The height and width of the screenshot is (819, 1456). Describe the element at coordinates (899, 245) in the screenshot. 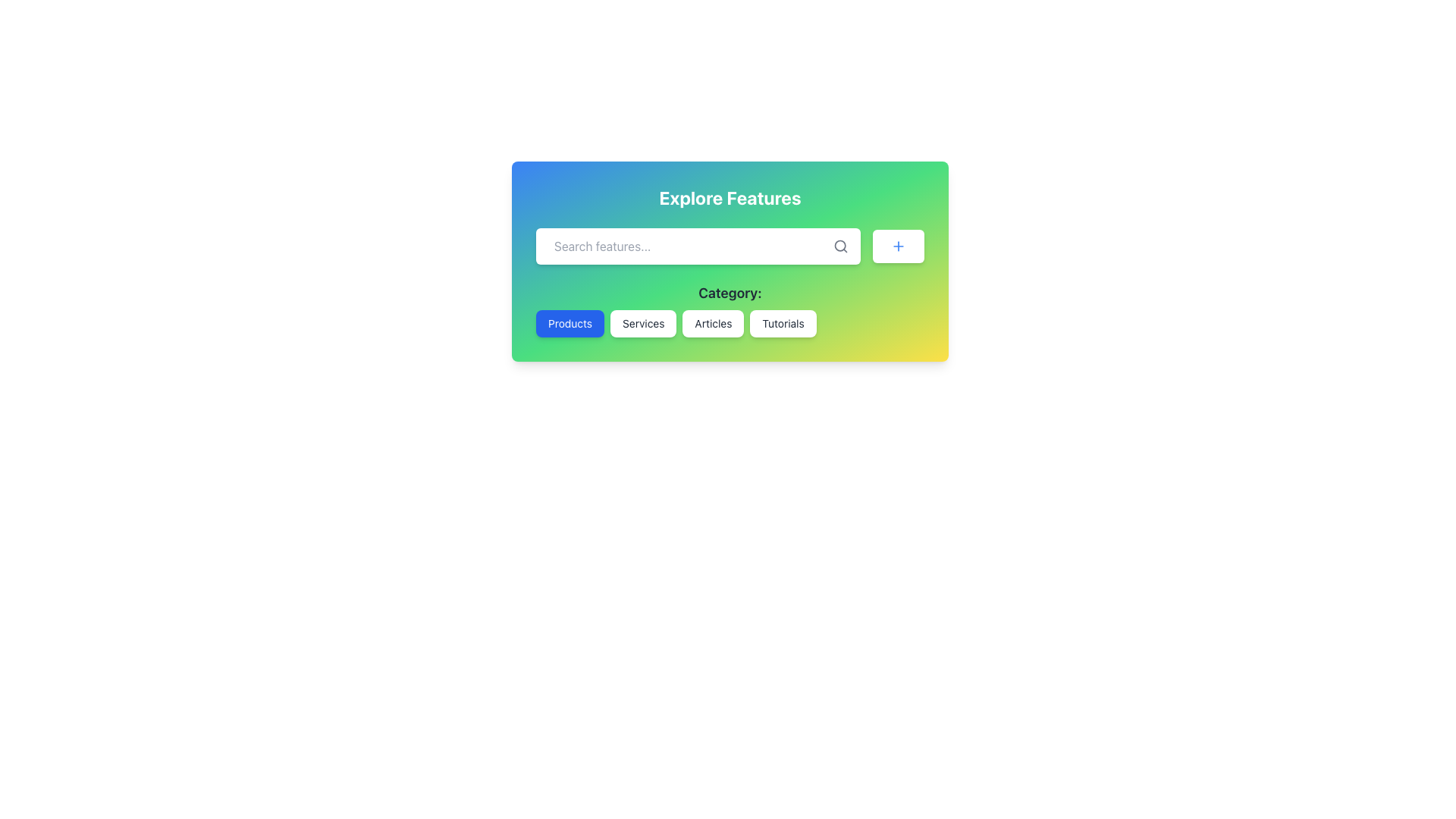

I see `the small button with a plus sign icon, which has a white background and blue-colored plus symbol, located to the right of the horizontal search bar at the top of the page, to observe the tooltip or style change` at that location.